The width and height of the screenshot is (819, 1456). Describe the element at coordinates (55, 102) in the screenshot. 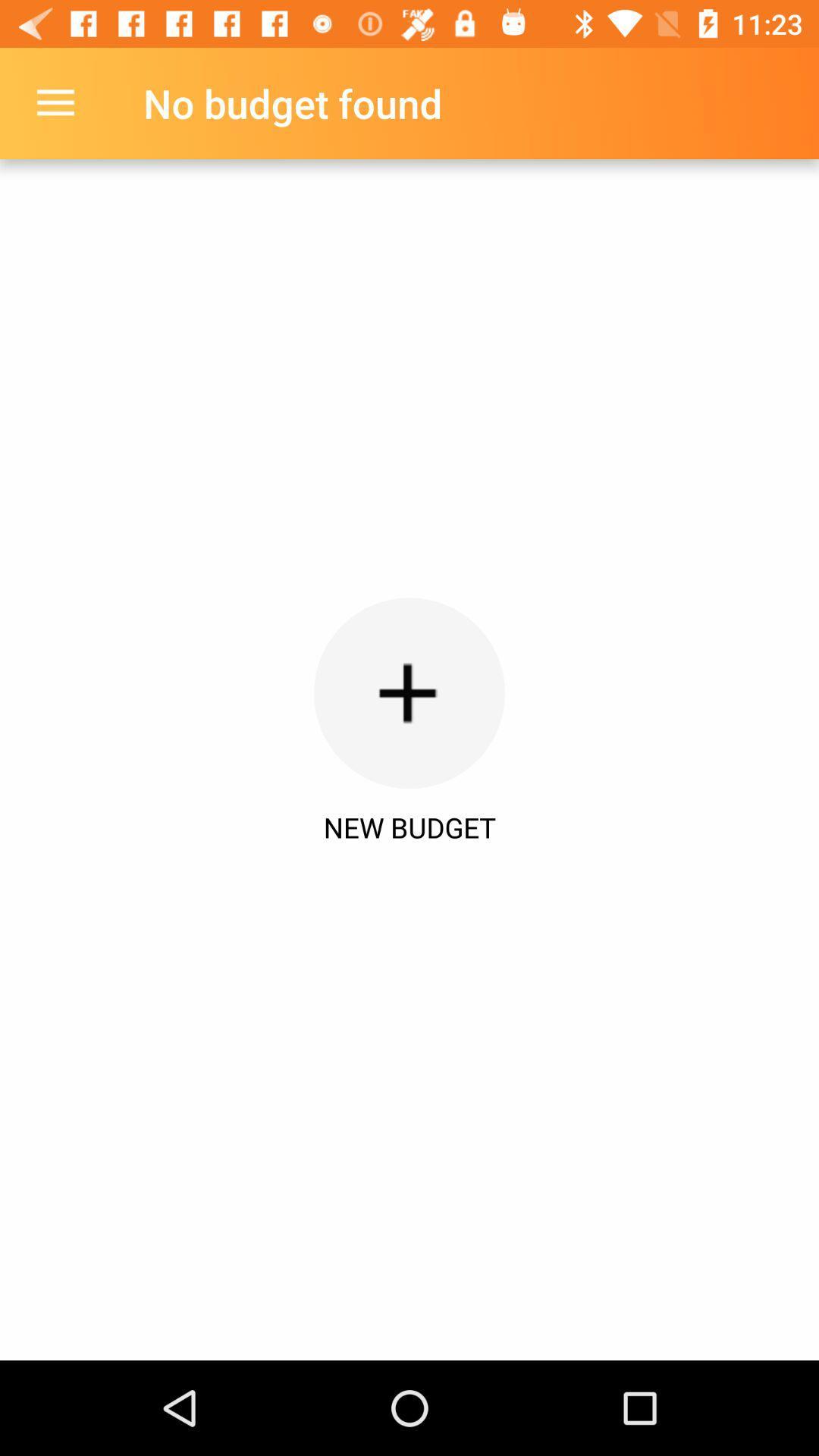

I see `item to the left of the no budget found item` at that location.